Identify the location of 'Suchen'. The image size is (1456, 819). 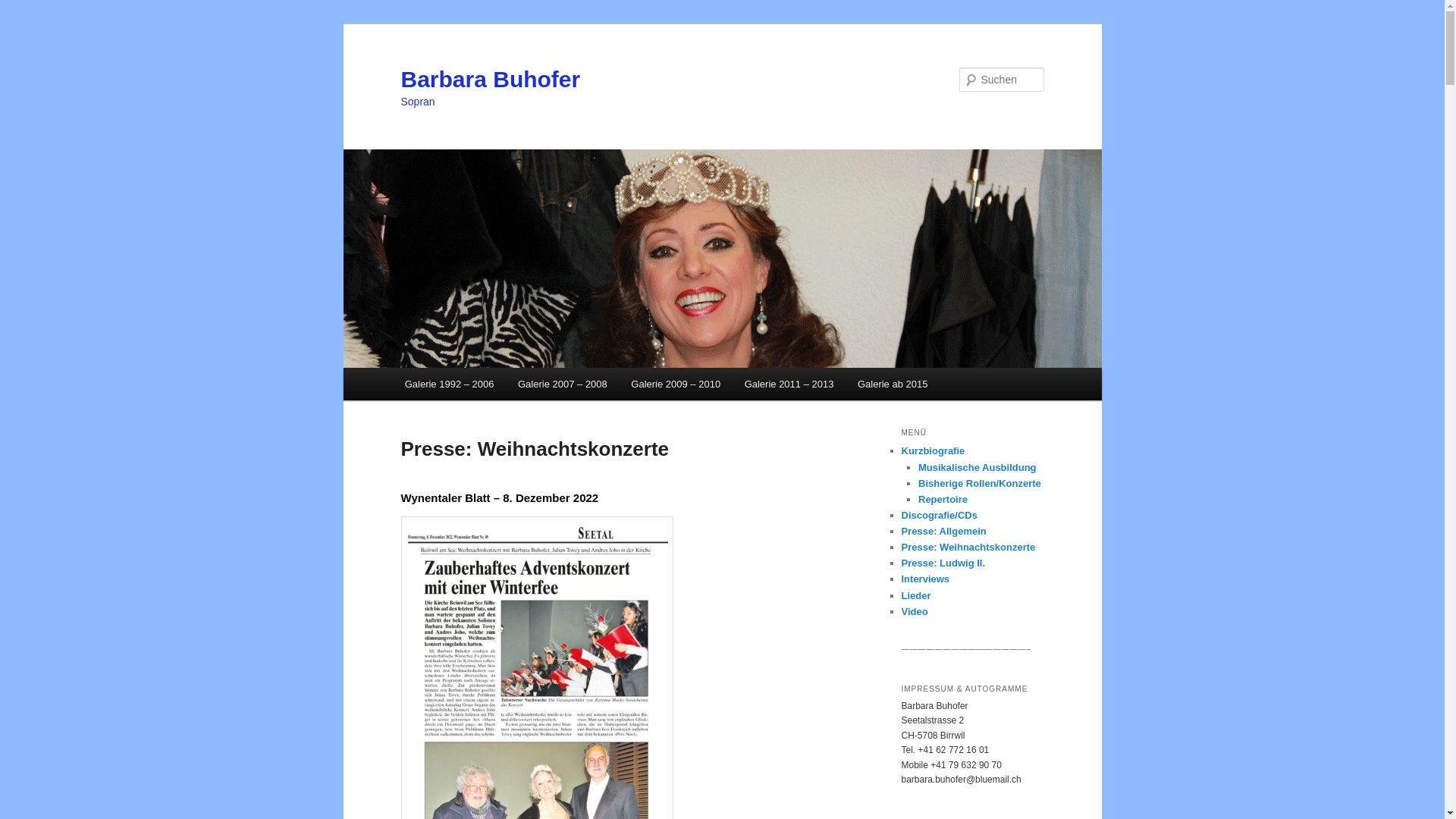
(25, 8).